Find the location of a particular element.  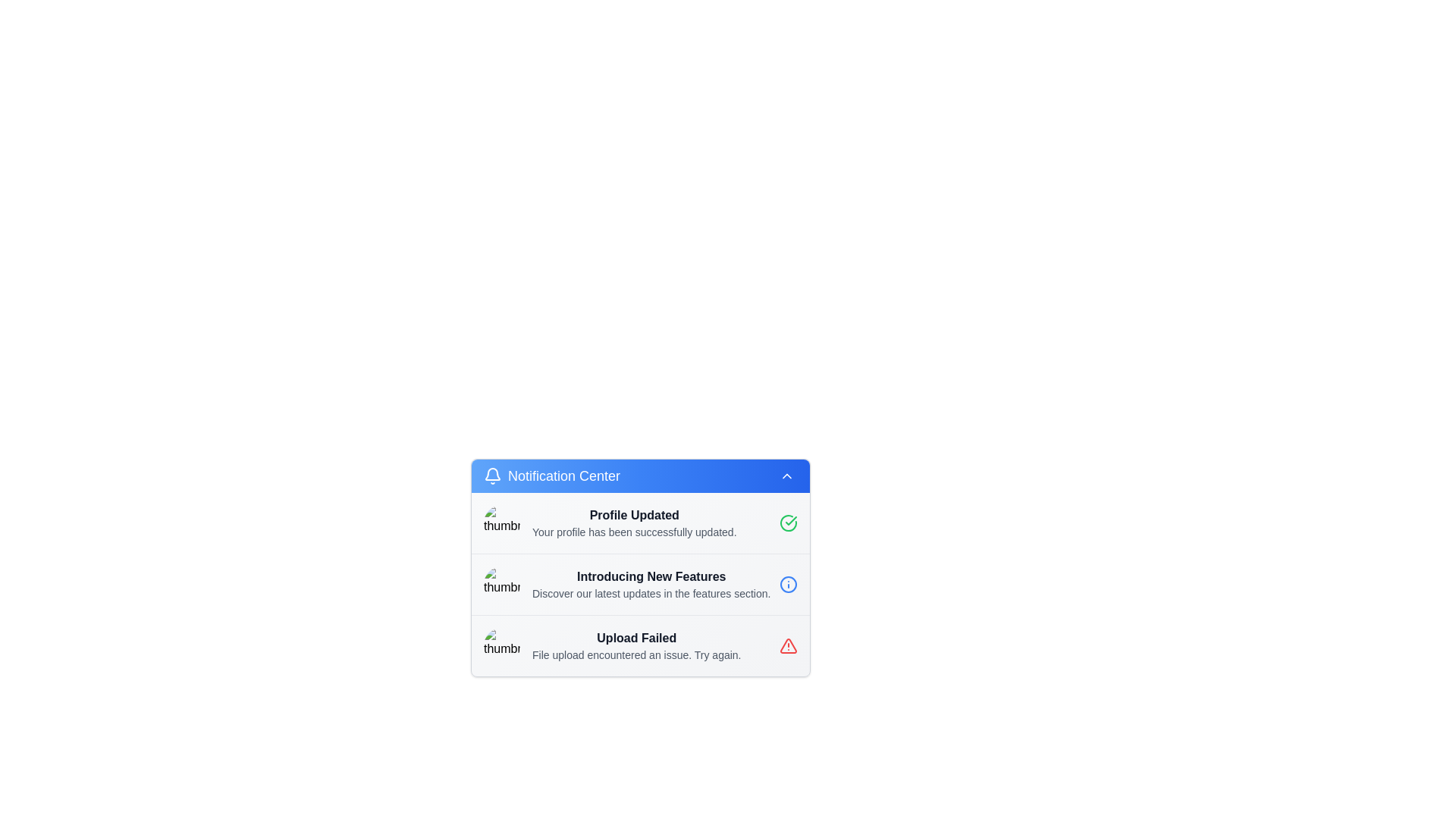

confirmation icon representing successful profile update, located near the top-right corner of the 'Profile Updated' notification is located at coordinates (790, 519).